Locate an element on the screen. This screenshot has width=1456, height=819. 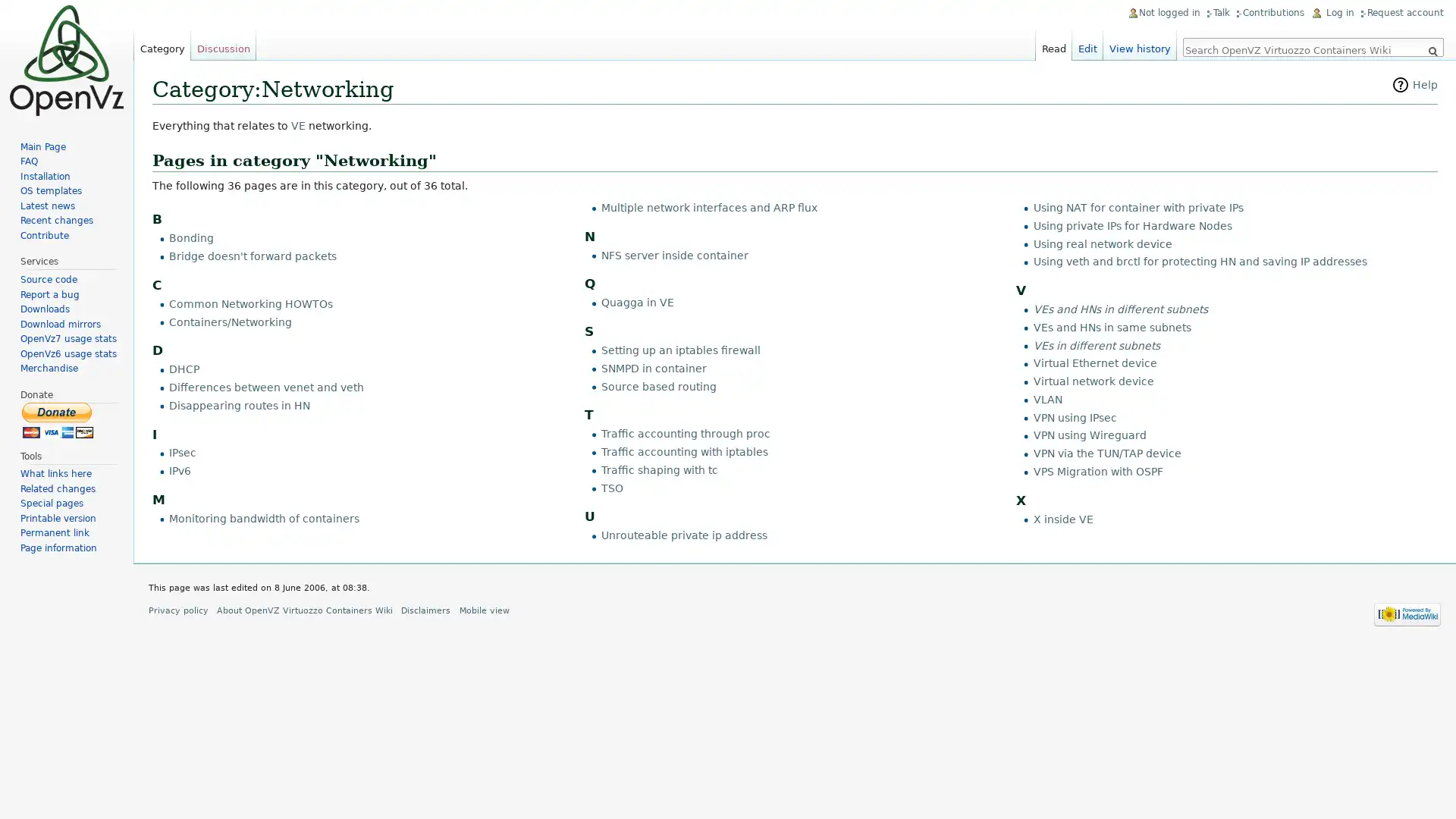
PayPal - The safer, easier way to pay online! is located at coordinates (58, 419).